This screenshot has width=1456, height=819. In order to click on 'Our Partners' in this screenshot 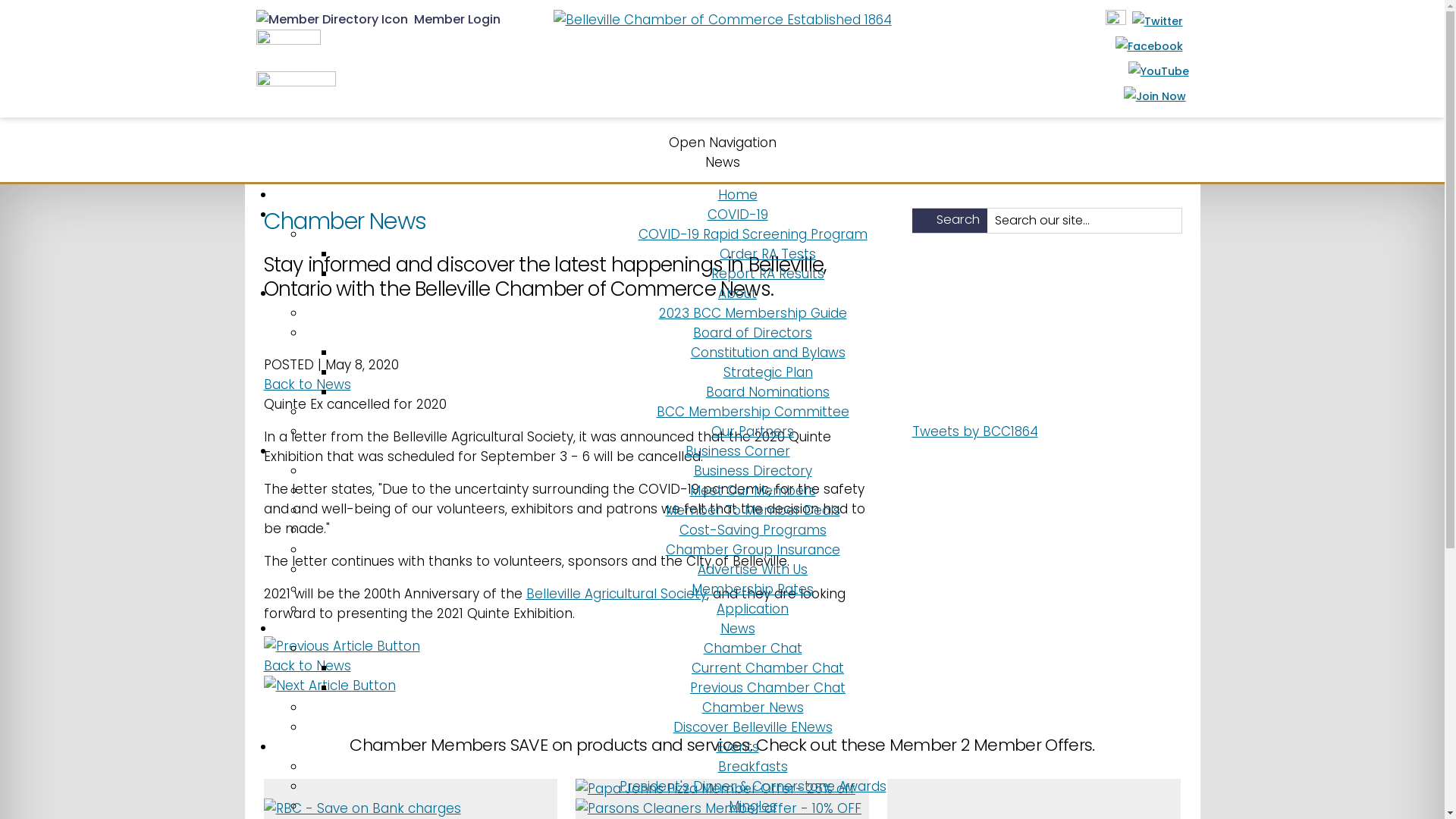, I will do `click(710, 431)`.